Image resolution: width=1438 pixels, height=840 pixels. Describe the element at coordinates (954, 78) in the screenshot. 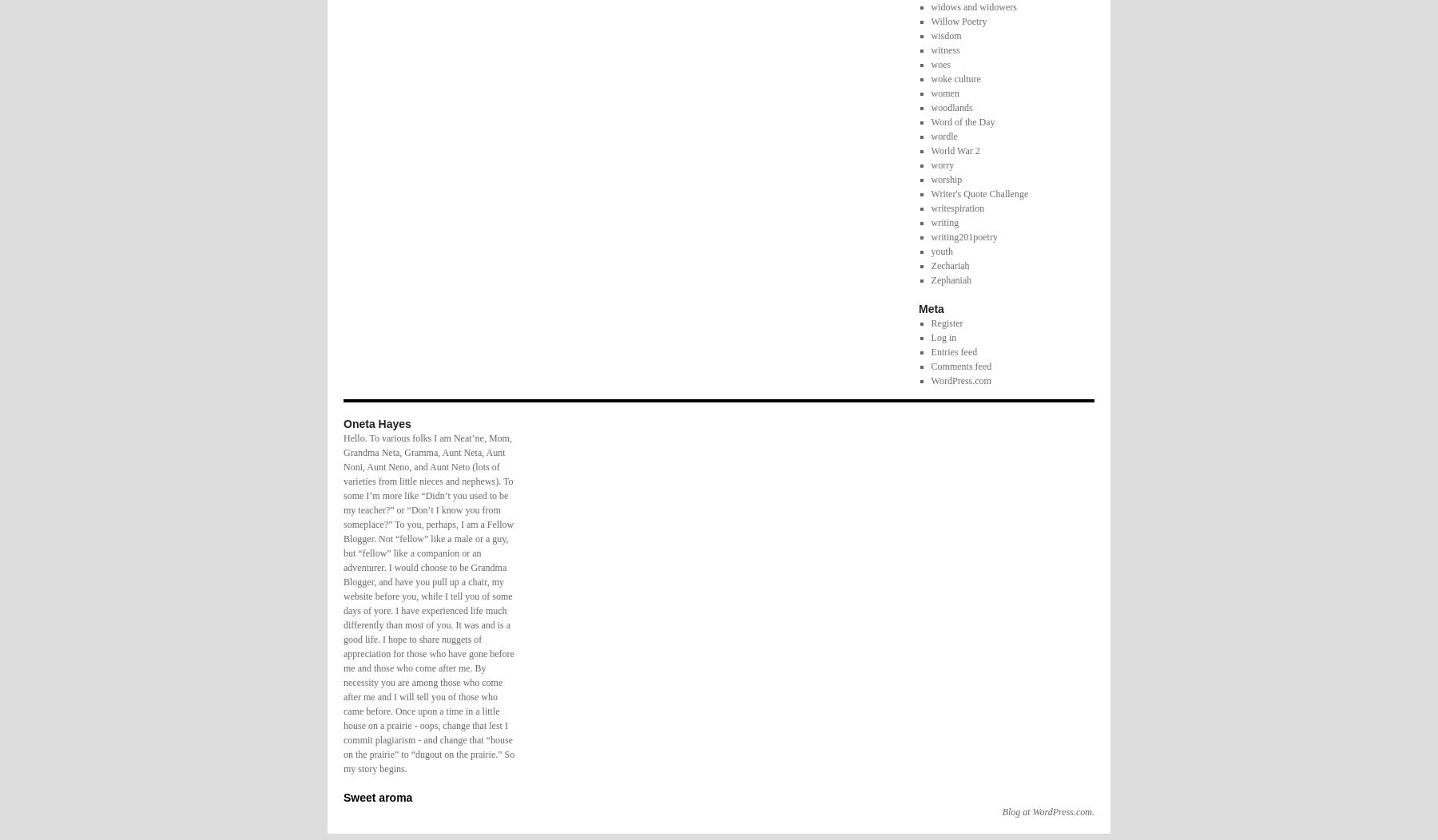

I see `'woke culture'` at that location.